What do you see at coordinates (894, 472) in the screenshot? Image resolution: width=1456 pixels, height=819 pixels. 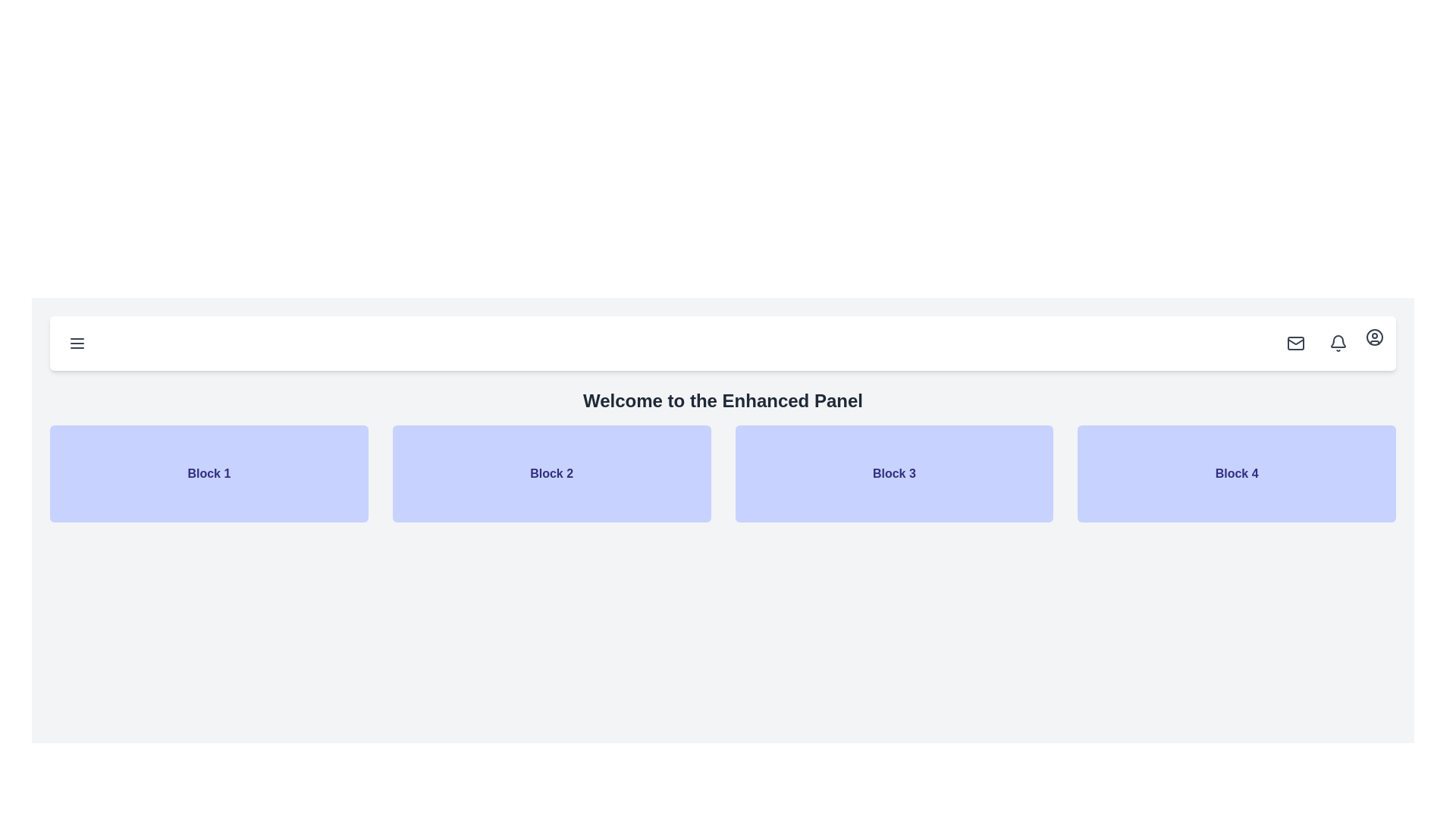 I see `the labeled block with the label 'Block 3'` at bounding box center [894, 472].